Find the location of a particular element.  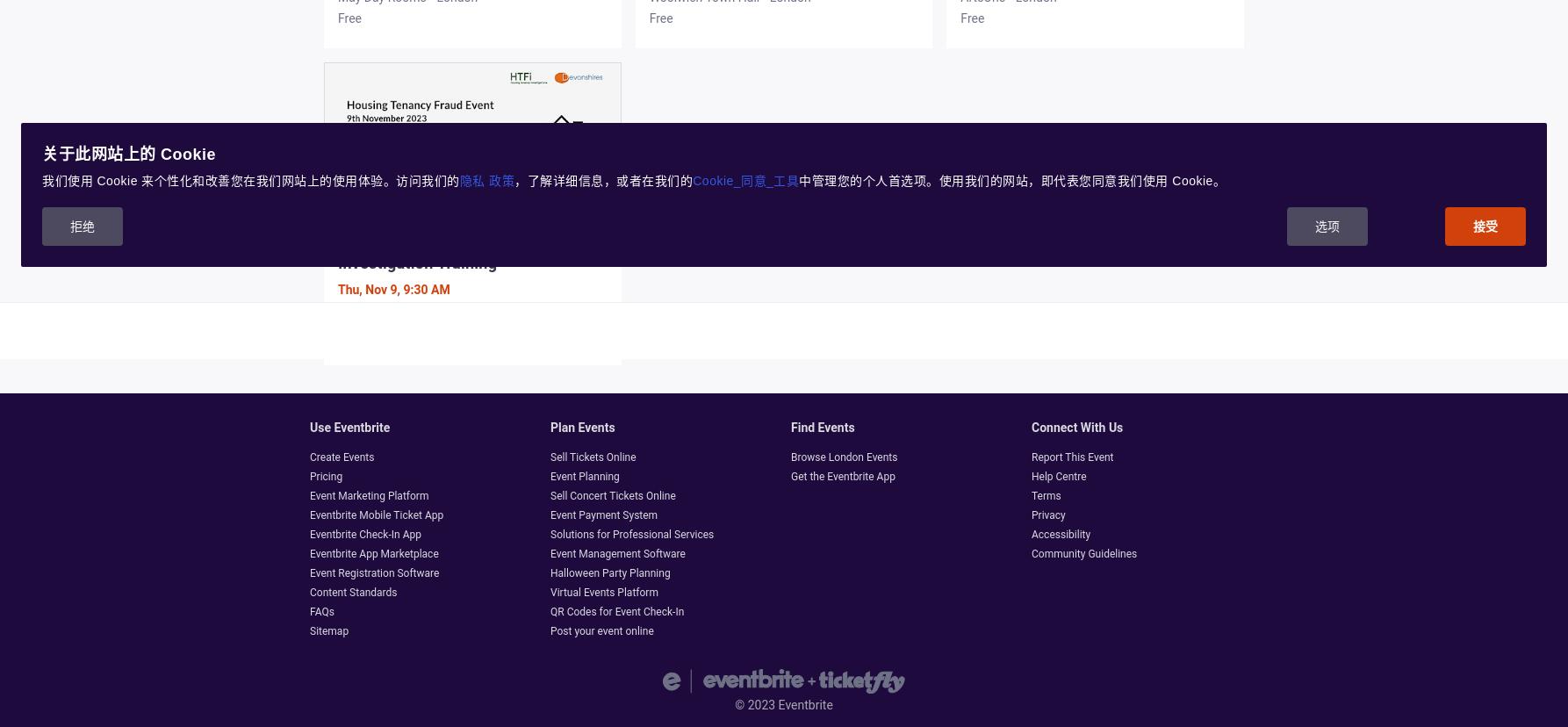

'Devonshires Solicitors LLP • London' is located at coordinates (435, 314).